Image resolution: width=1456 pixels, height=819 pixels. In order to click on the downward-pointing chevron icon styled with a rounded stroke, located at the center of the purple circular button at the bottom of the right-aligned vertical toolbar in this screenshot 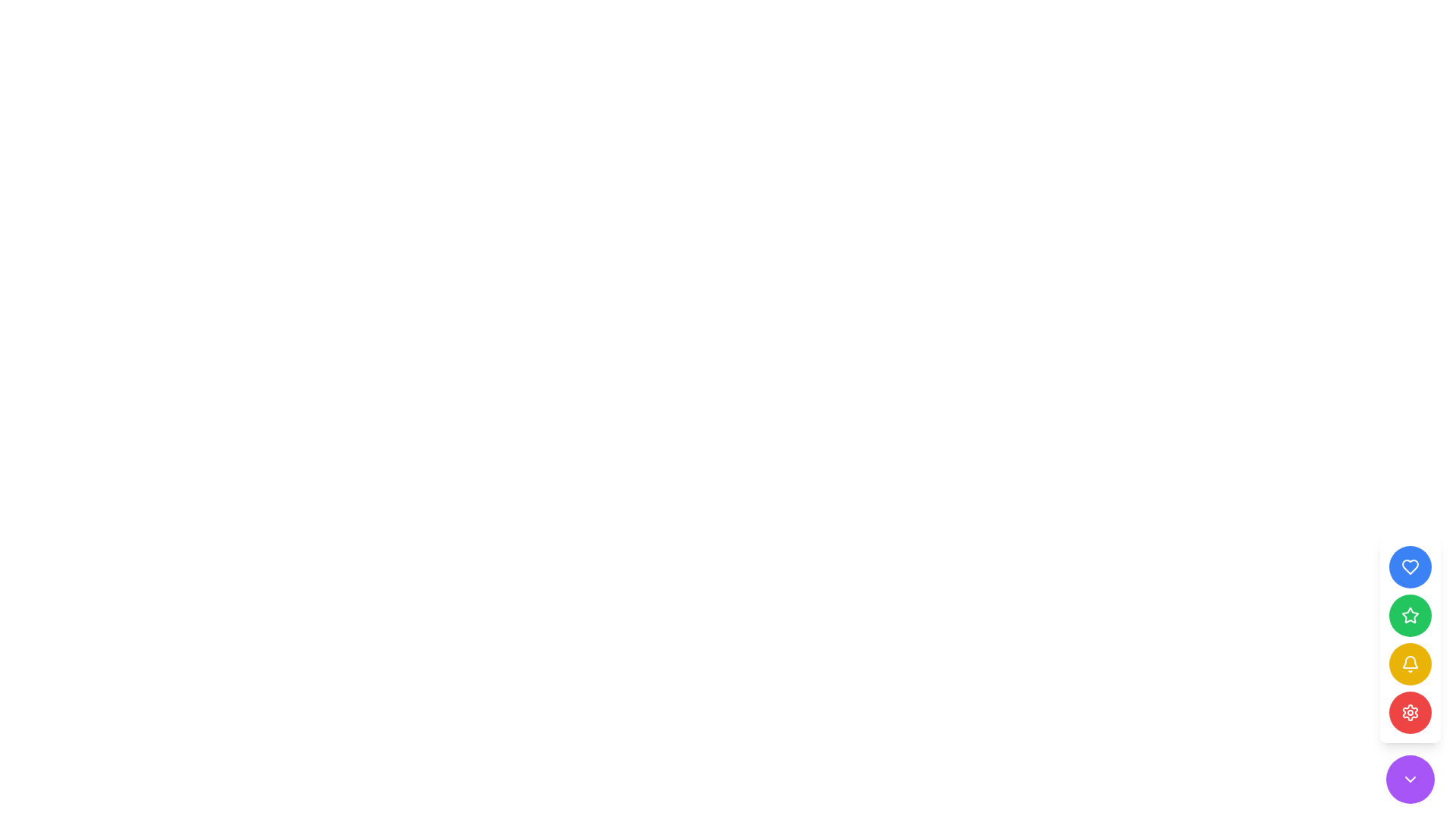, I will do `click(1410, 780)`.